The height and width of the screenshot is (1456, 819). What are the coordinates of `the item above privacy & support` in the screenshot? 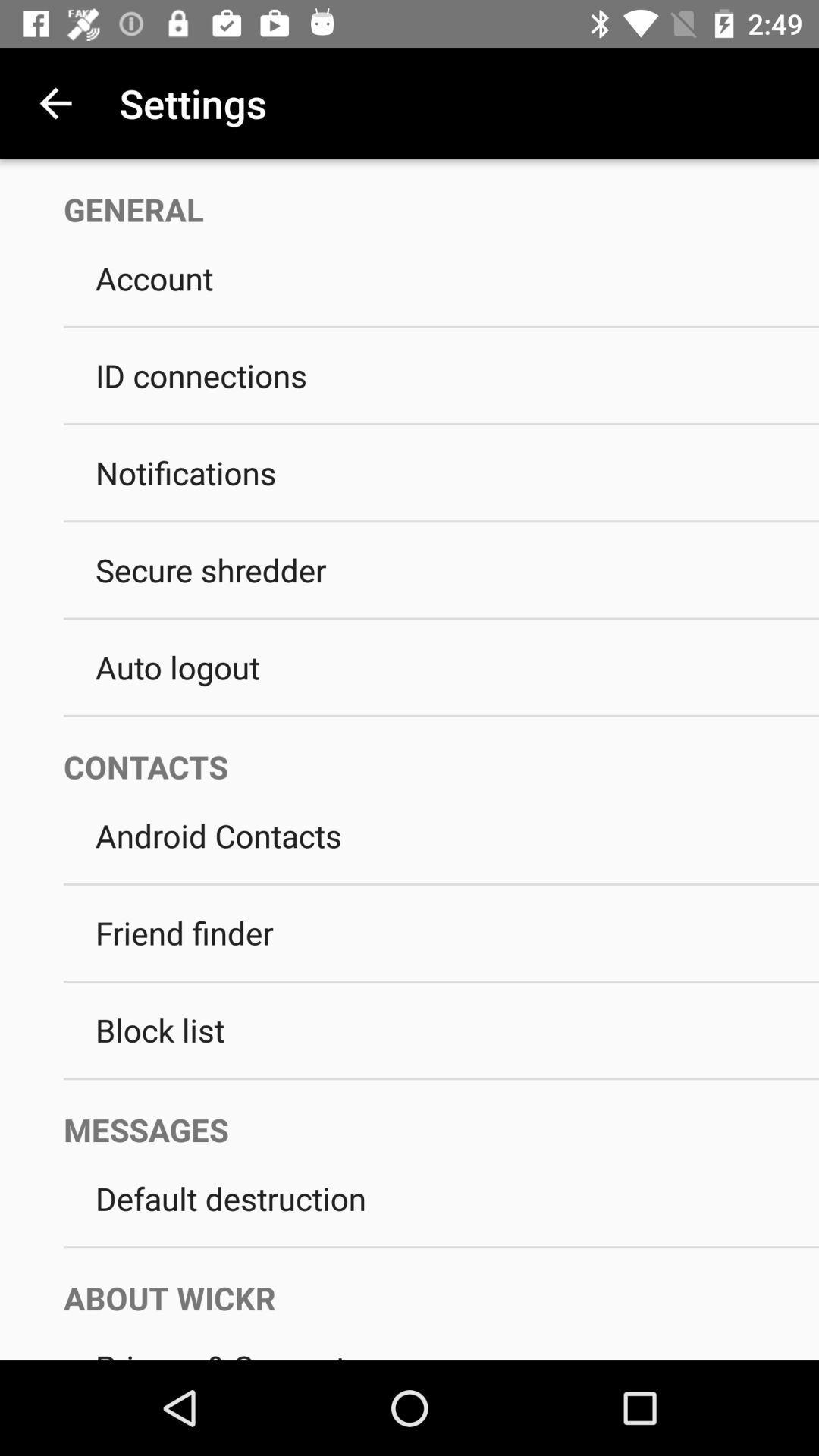 It's located at (425, 1282).